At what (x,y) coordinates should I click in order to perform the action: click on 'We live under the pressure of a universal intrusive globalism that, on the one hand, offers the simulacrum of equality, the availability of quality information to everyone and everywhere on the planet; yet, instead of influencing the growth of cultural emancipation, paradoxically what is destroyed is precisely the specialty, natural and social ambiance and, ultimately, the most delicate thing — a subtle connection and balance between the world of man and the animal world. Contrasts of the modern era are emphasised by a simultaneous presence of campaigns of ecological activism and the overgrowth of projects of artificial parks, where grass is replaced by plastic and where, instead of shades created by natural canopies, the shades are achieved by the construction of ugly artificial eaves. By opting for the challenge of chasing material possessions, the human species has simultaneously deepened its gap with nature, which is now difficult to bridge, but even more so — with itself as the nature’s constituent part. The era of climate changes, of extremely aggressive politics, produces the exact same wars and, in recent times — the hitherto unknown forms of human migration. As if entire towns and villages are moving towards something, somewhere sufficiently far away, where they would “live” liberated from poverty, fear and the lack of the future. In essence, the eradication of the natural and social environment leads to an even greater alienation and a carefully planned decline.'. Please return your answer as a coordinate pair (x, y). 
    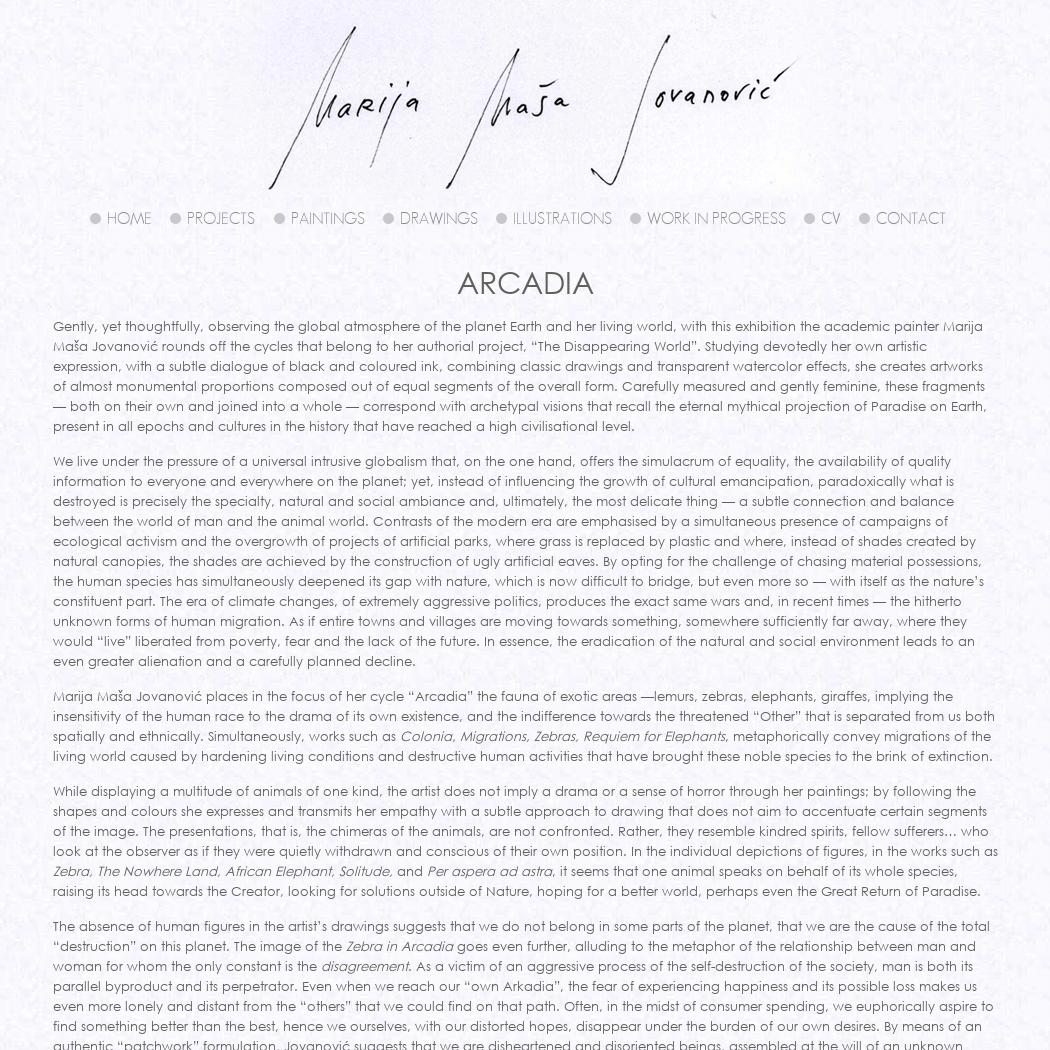
    Looking at the image, I should click on (516, 561).